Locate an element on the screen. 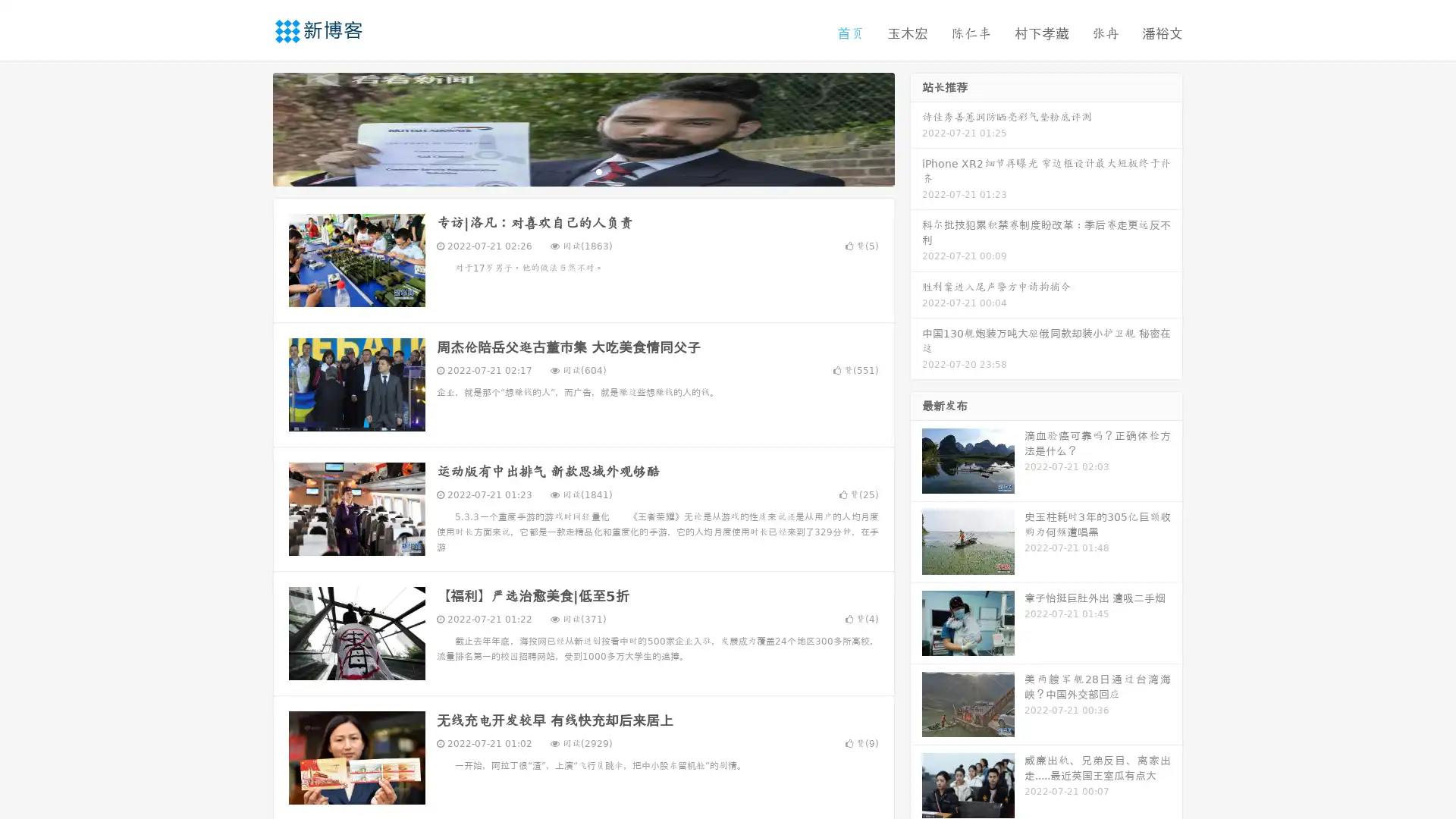 Image resolution: width=1456 pixels, height=819 pixels. Previous slide is located at coordinates (250, 127).